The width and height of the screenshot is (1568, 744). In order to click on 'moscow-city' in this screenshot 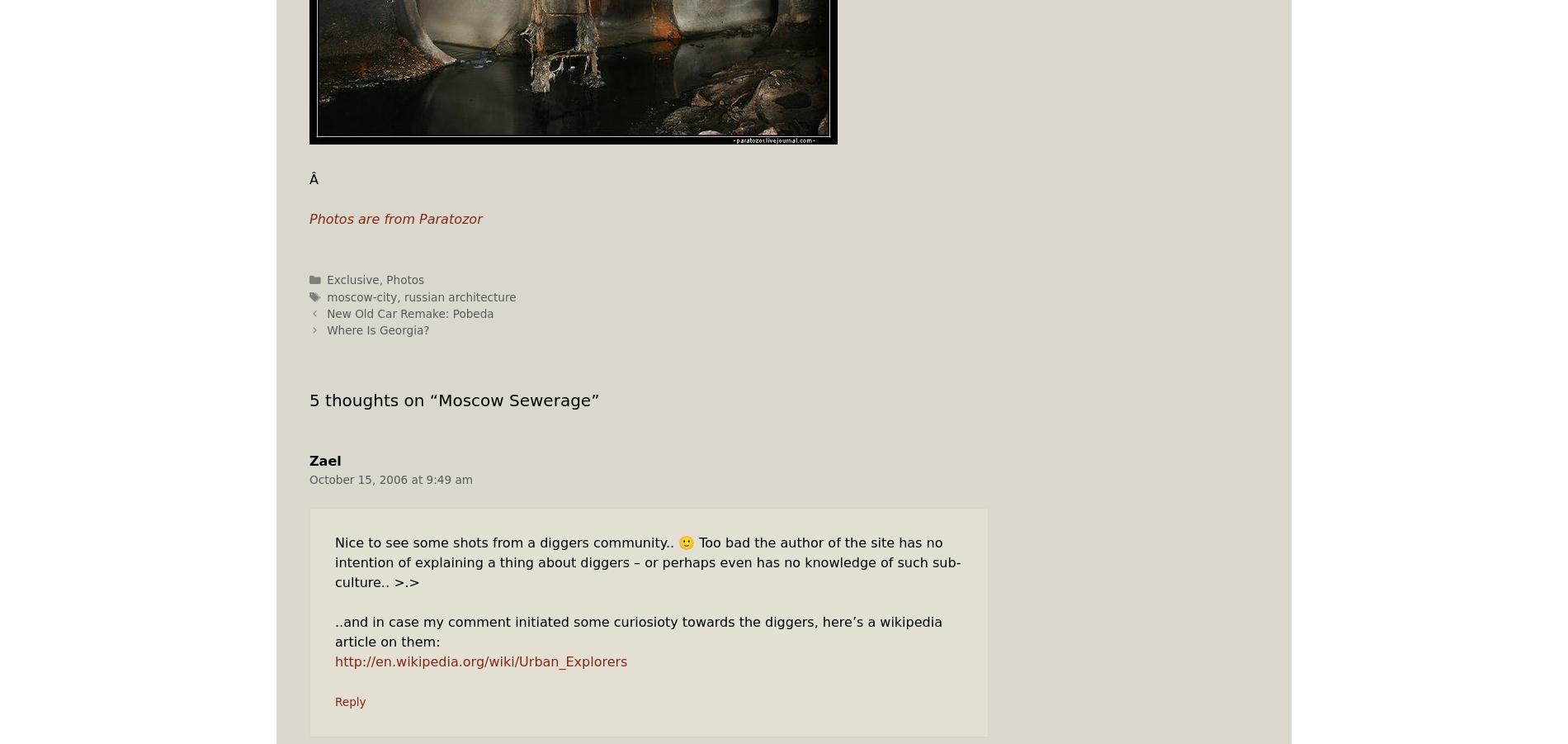, I will do `click(361, 296)`.